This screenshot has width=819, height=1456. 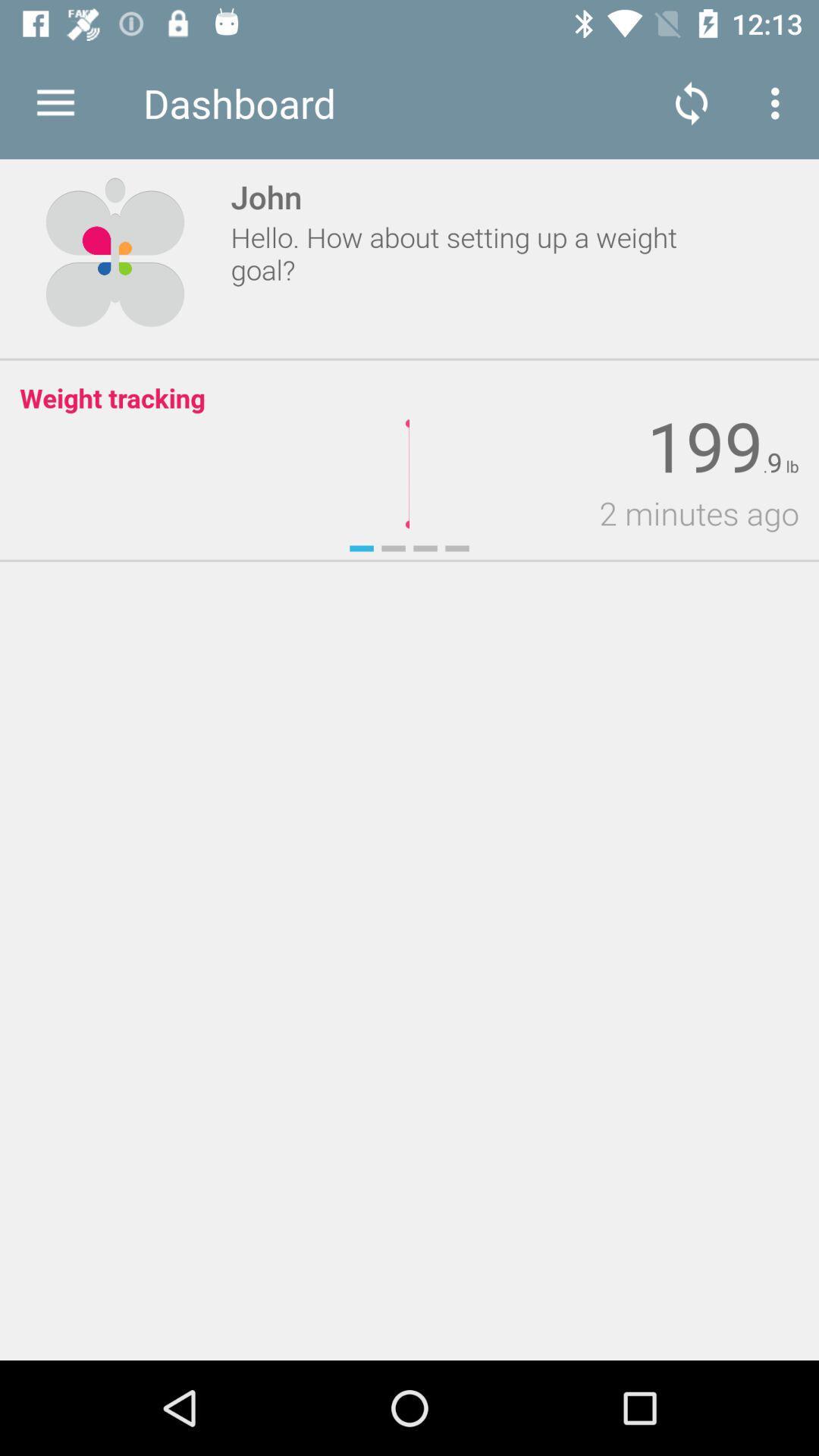 What do you see at coordinates (55, 102) in the screenshot?
I see `app next to dashboard icon` at bounding box center [55, 102].